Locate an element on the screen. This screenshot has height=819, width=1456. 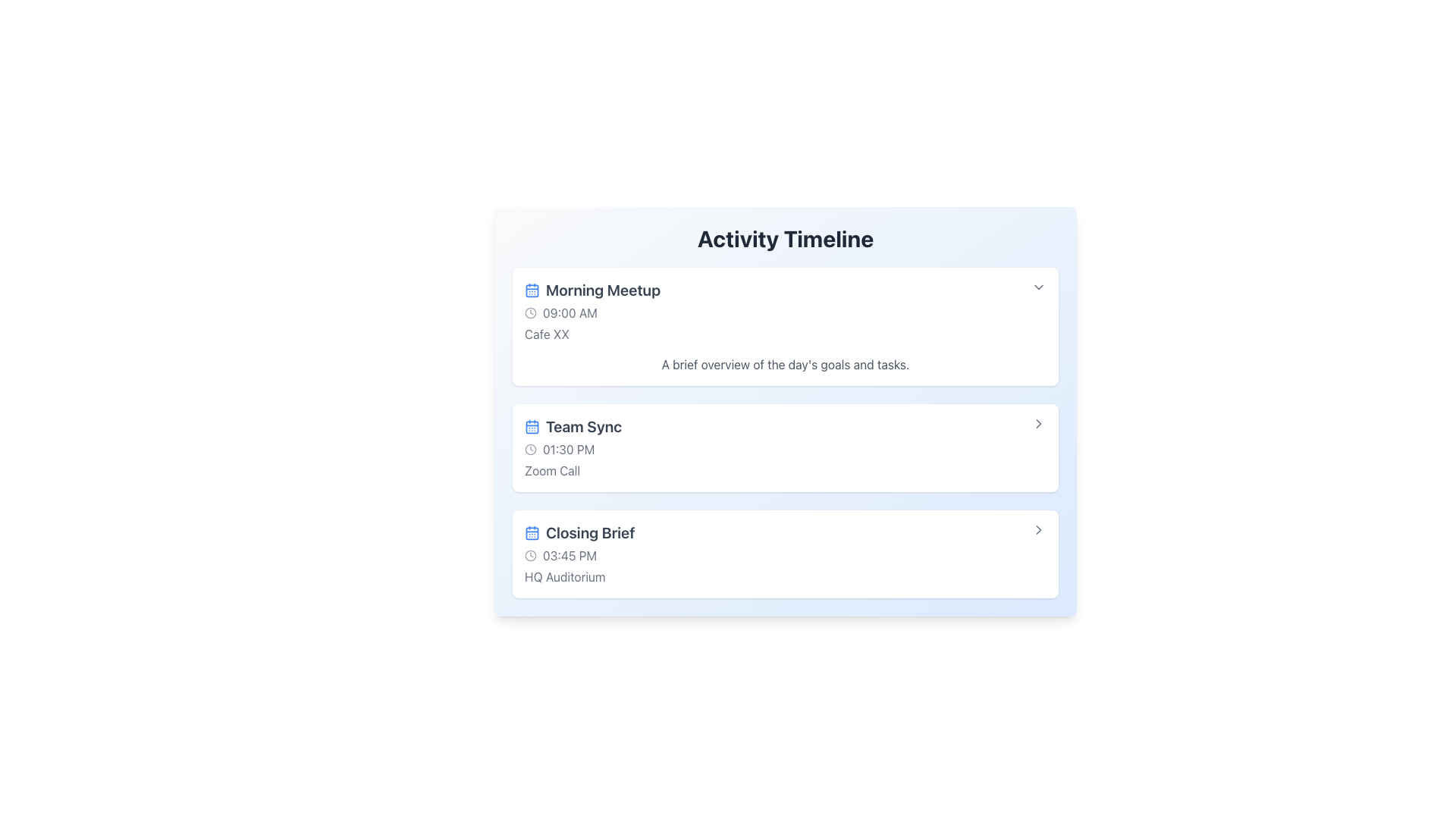
the event entry in the timeline that represents an event scheduled, located in the top-left section and positioned above the 'Team Sync' and 'Closing Brief' entries is located at coordinates (591, 311).